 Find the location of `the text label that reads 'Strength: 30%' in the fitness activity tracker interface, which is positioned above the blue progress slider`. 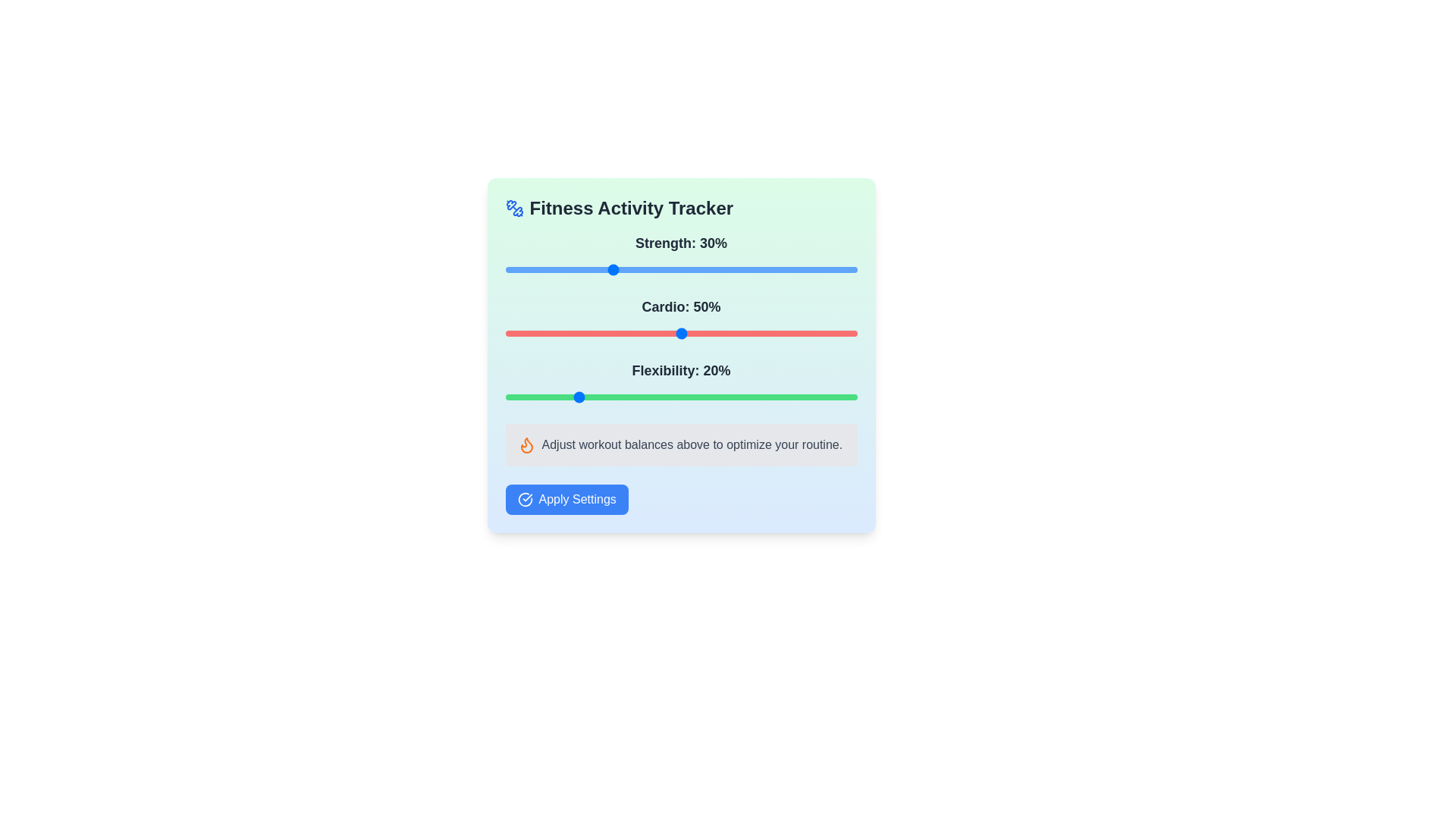

the text label that reads 'Strength: 30%' in the fitness activity tracker interface, which is positioned above the blue progress slider is located at coordinates (680, 242).